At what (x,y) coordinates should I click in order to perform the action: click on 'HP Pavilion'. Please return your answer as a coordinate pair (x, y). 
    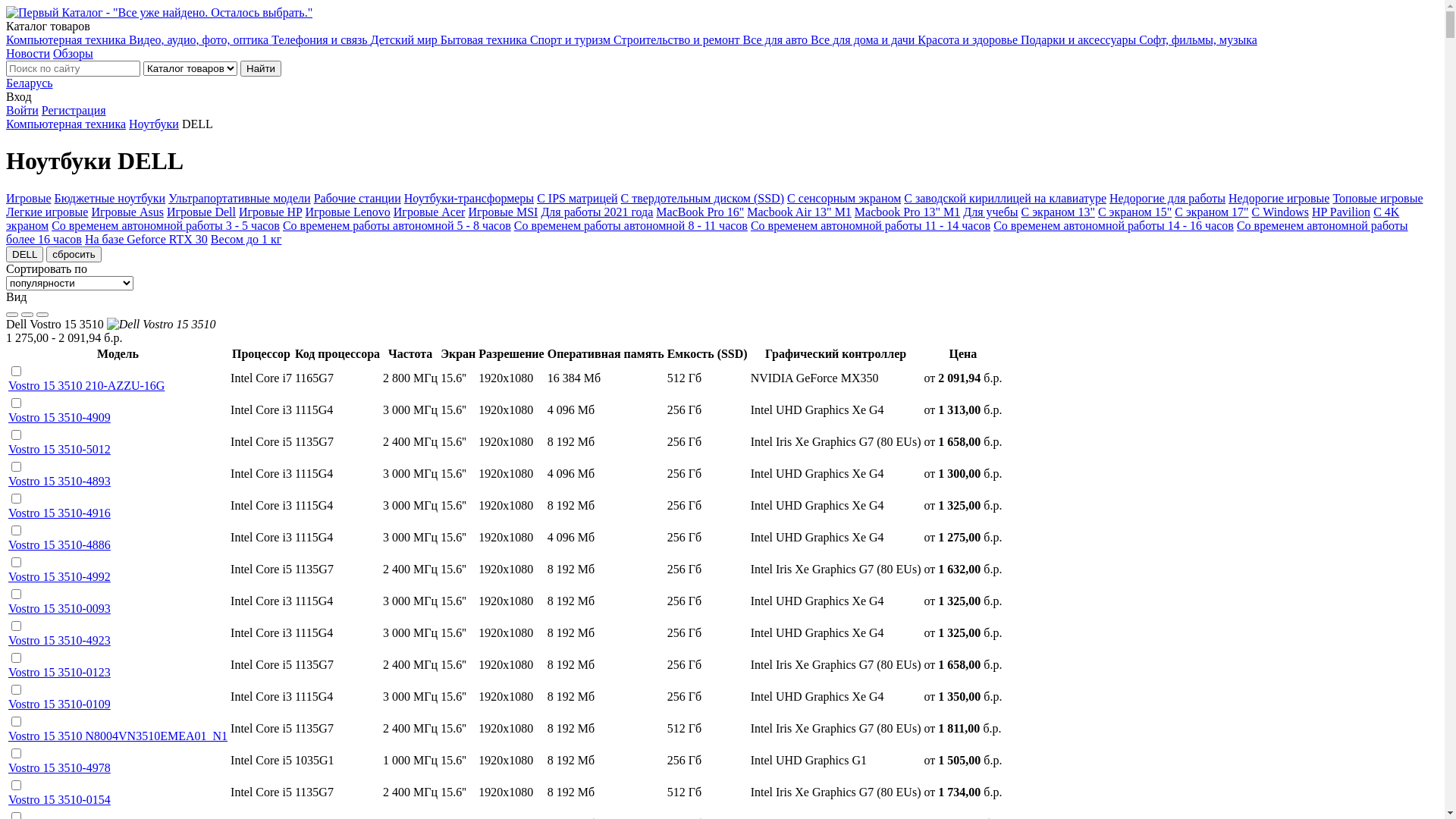
    Looking at the image, I should click on (1341, 212).